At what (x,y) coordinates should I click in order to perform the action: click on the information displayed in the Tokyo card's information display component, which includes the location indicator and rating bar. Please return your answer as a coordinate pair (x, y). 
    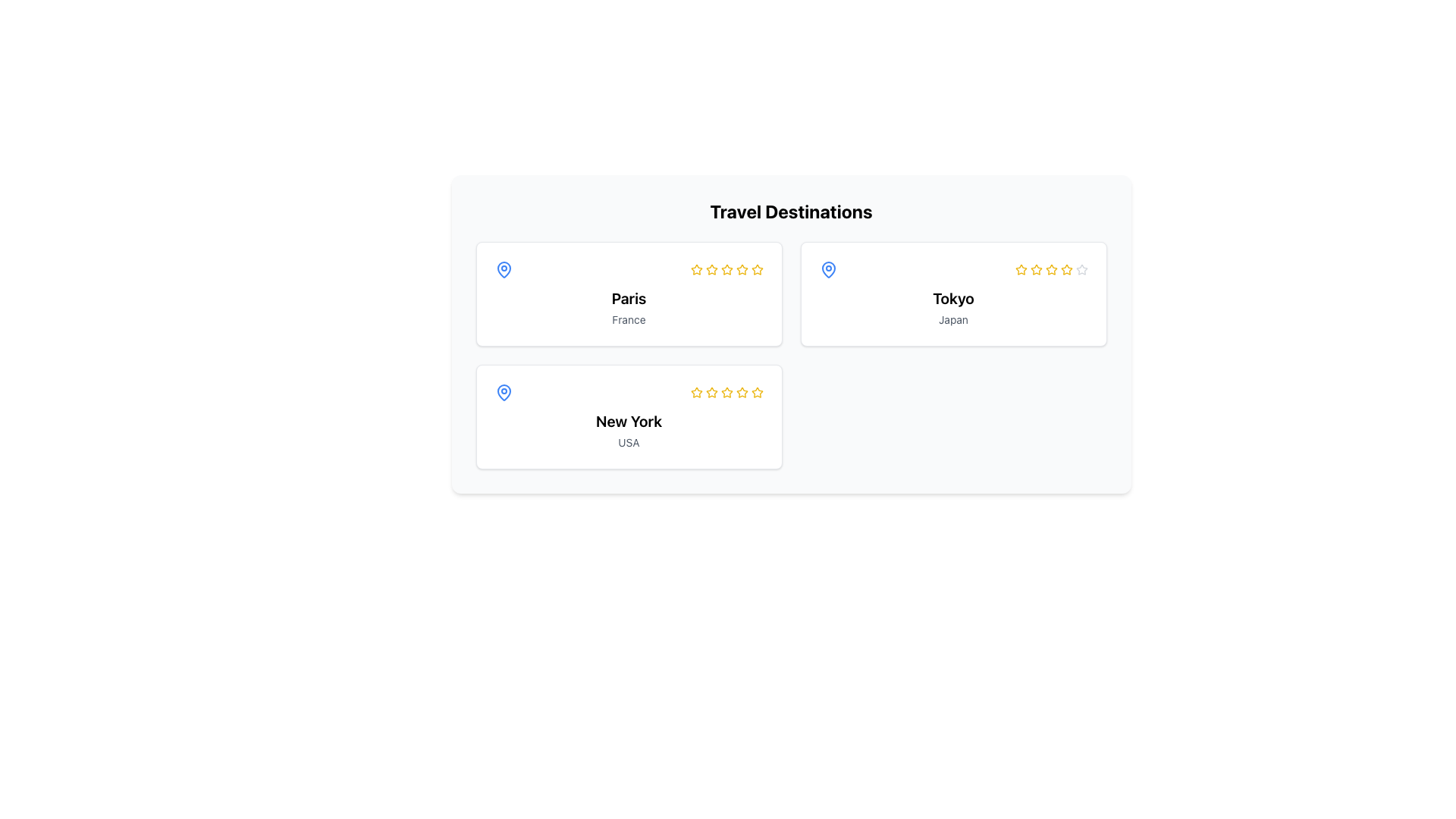
    Looking at the image, I should click on (952, 268).